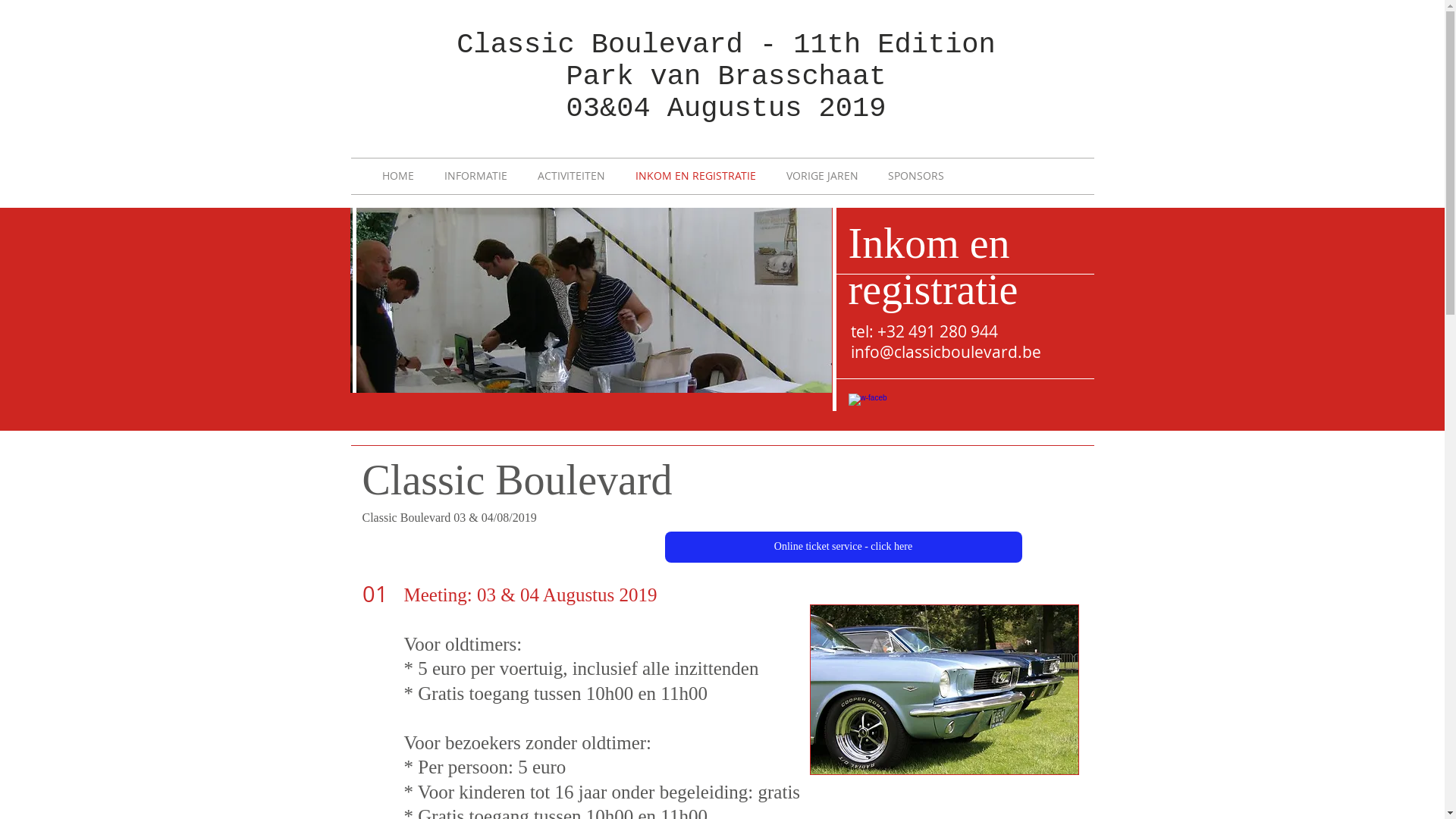 This screenshot has width=1456, height=819. What do you see at coordinates (921, 174) in the screenshot?
I see `'SPONSORS'` at bounding box center [921, 174].